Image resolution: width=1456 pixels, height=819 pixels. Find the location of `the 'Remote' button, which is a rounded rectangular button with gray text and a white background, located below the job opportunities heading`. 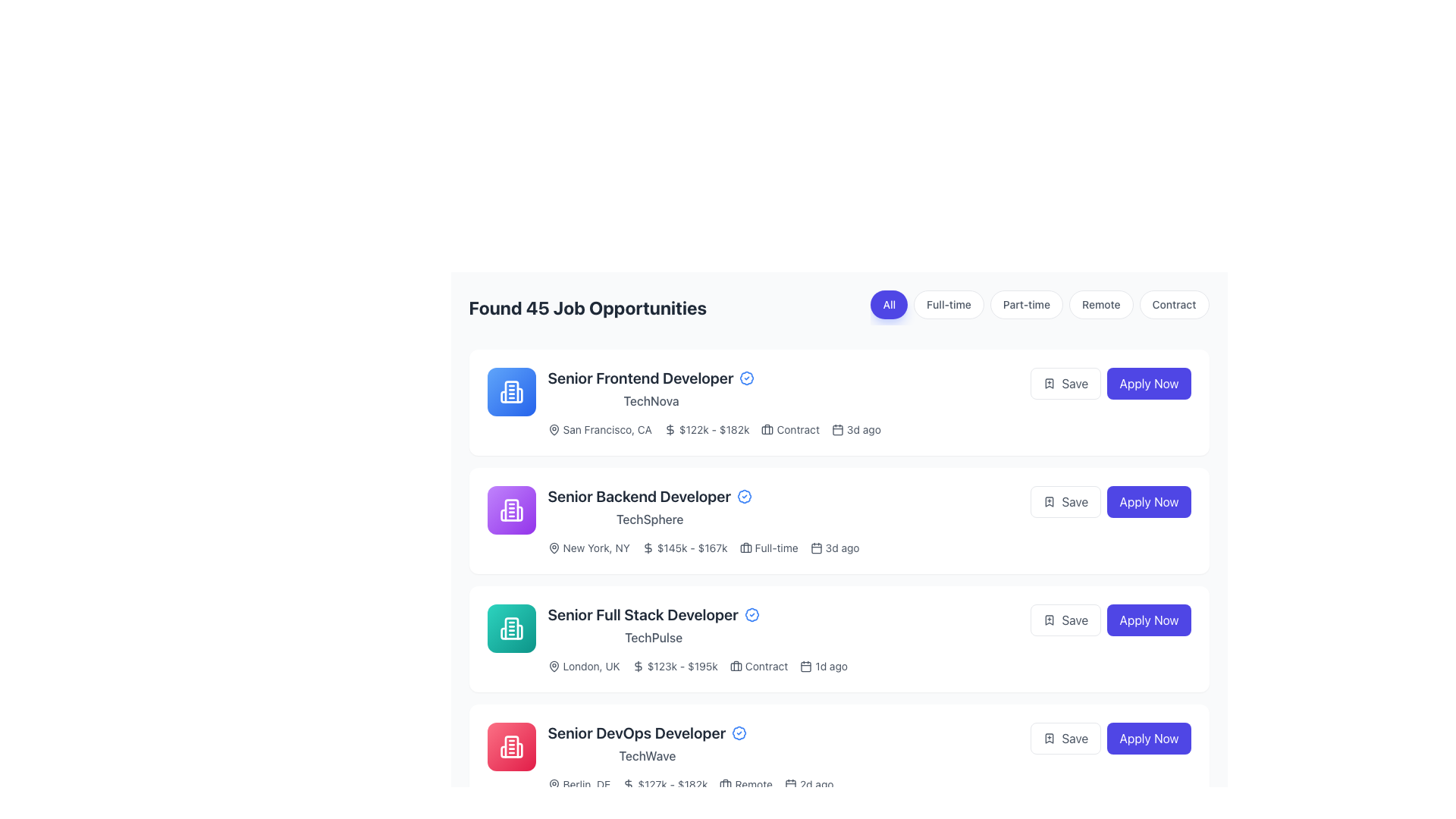

the 'Remote' button, which is a rounded rectangular button with gray text and a white background, located below the job opportunities heading is located at coordinates (1101, 304).